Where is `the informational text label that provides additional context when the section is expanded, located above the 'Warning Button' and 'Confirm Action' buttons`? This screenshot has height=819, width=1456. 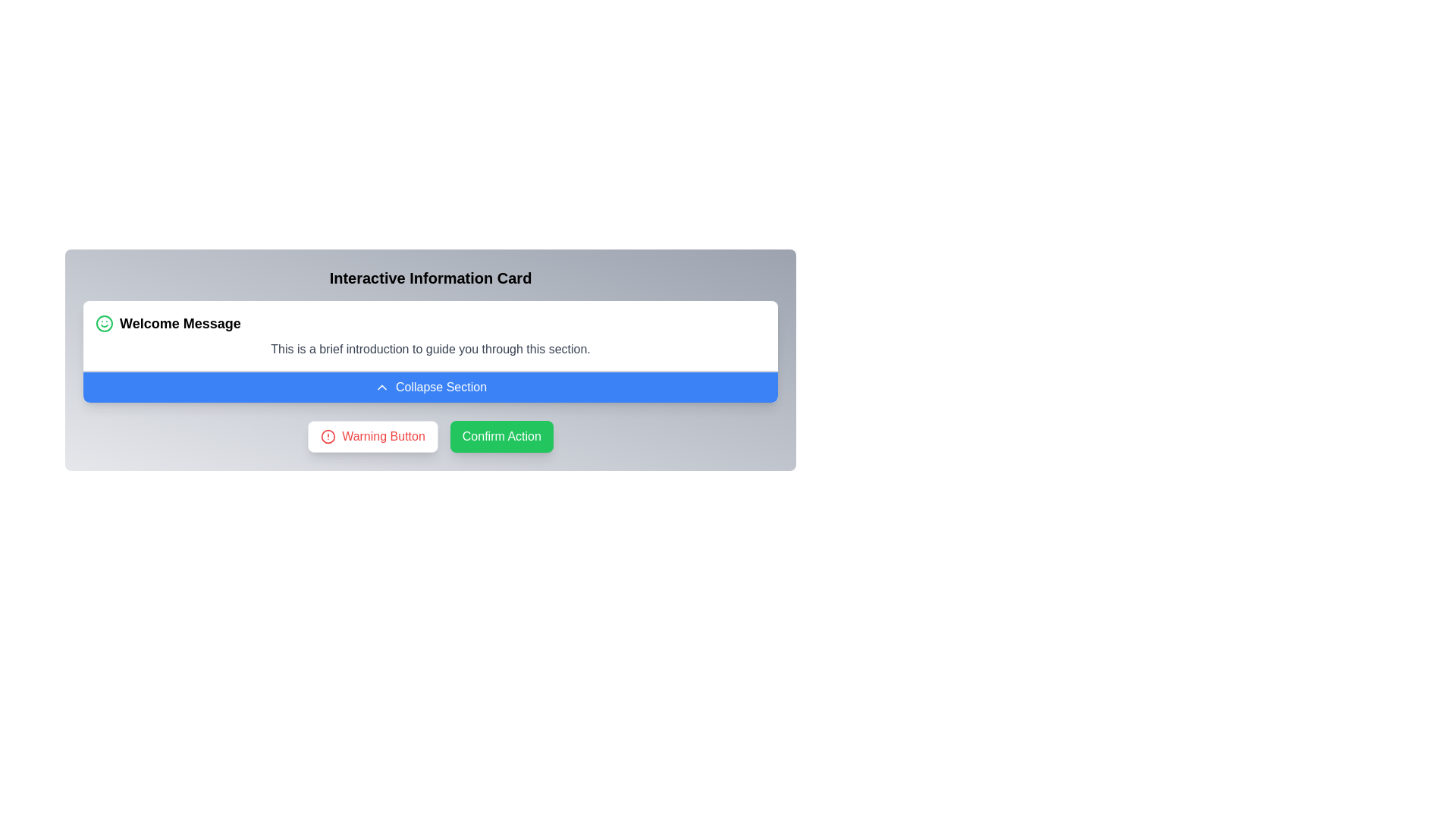 the informational text label that provides additional context when the section is expanded, located above the 'Warning Button' and 'Confirm Action' buttons is located at coordinates (429, 424).